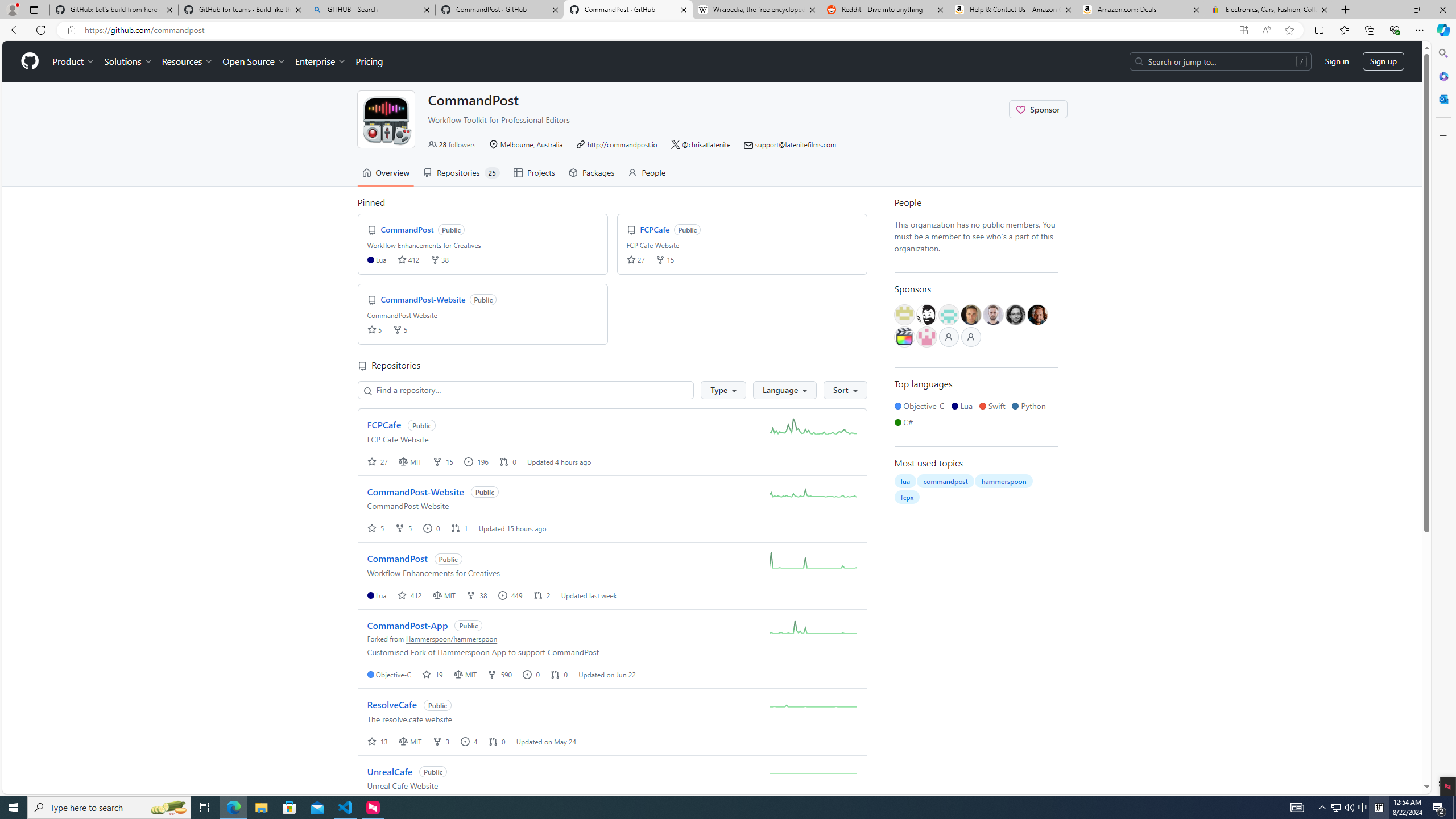 This screenshot has width=1456, height=819. Describe the element at coordinates (904, 314) in the screenshot. I see `'@wtembundit'` at that location.